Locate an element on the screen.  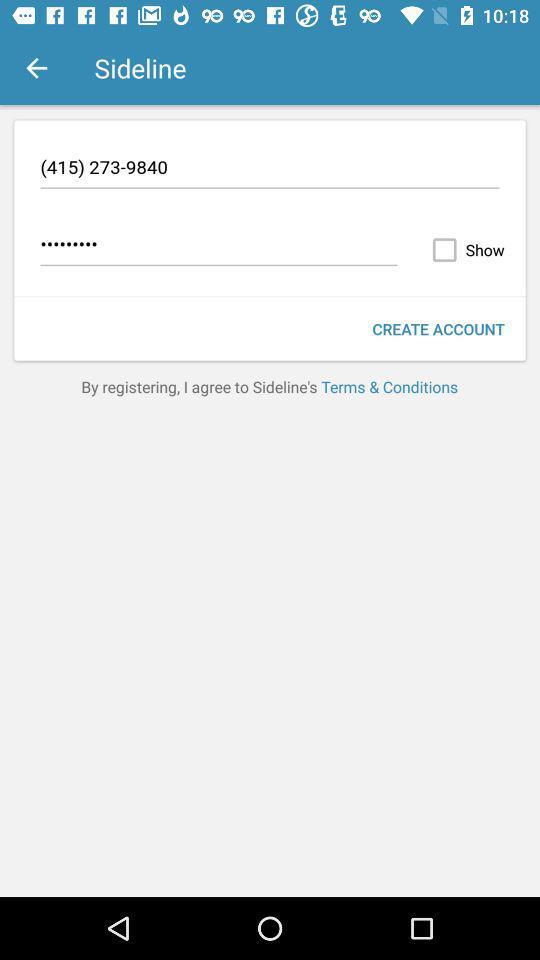
(415) 273-9840 is located at coordinates (270, 169).